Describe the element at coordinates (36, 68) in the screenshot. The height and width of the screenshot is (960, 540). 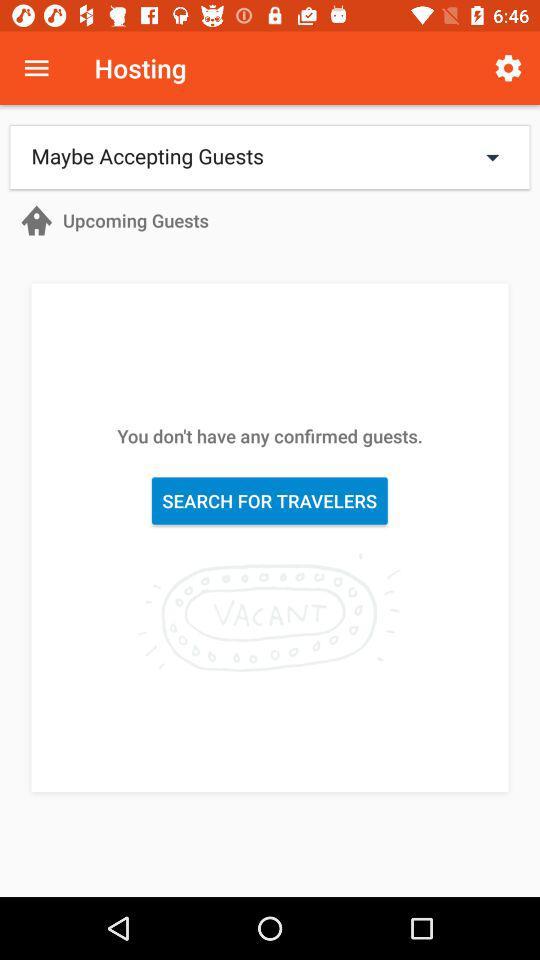
I see `the icon above maybe accepting guests icon` at that location.